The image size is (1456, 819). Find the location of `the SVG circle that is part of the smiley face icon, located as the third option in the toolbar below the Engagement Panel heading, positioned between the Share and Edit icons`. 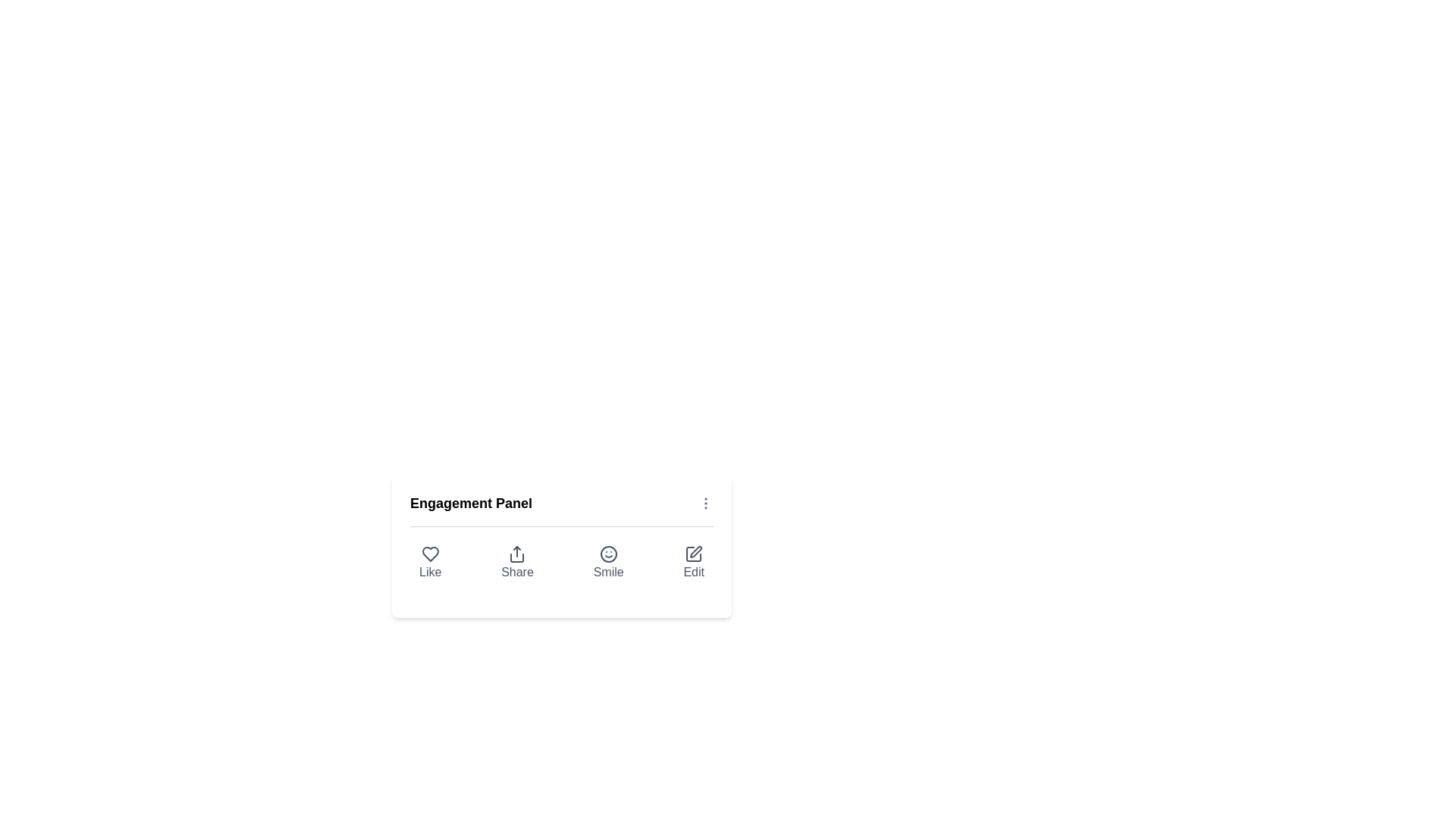

the SVG circle that is part of the smiley face icon, located as the third option in the toolbar below the Engagement Panel heading, positioned between the Share and Edit icons is located at coordinates (608, 554).